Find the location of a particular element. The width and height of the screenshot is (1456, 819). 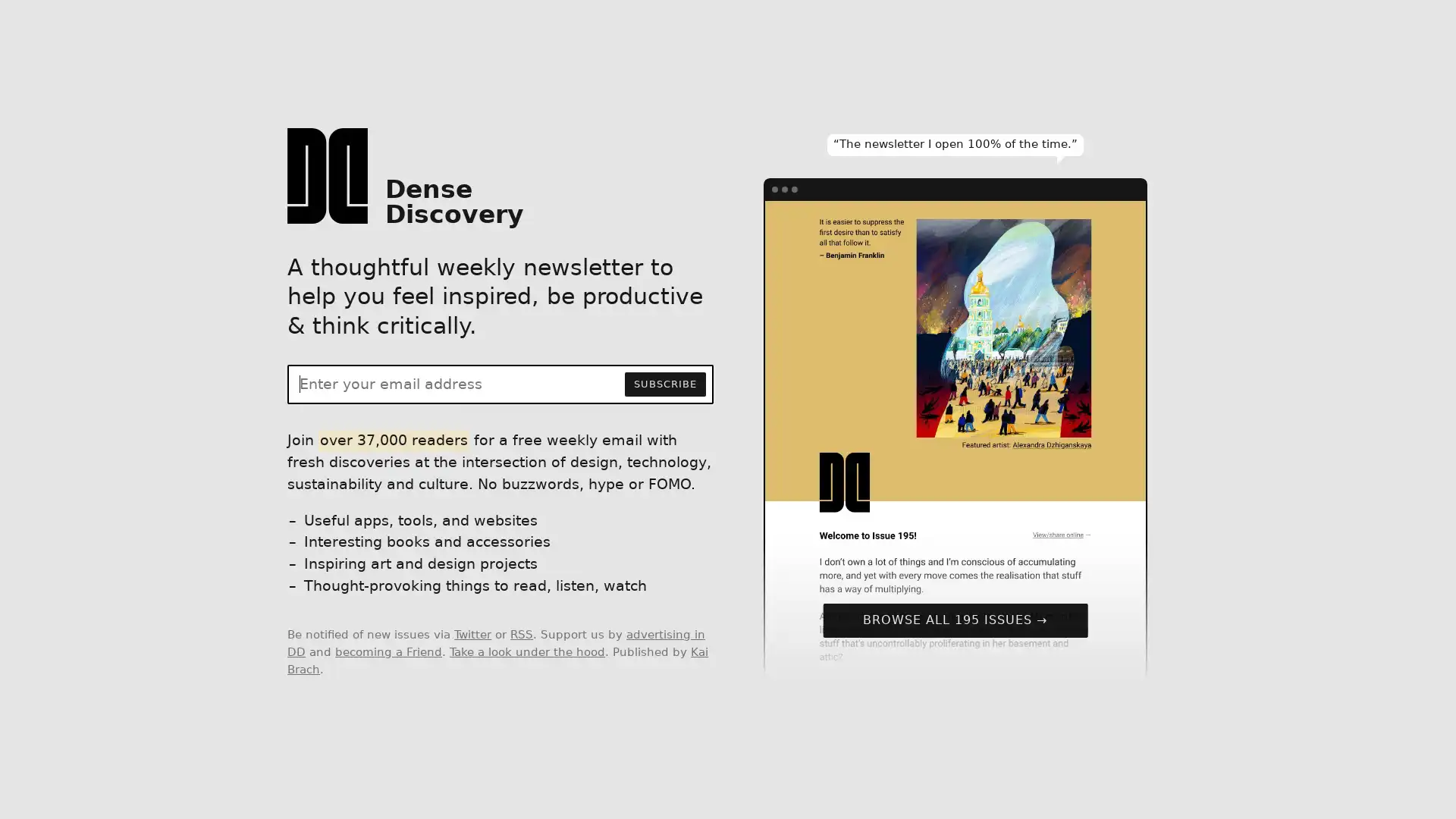

SUBSCRIBE is located at coordinates (665, 382).